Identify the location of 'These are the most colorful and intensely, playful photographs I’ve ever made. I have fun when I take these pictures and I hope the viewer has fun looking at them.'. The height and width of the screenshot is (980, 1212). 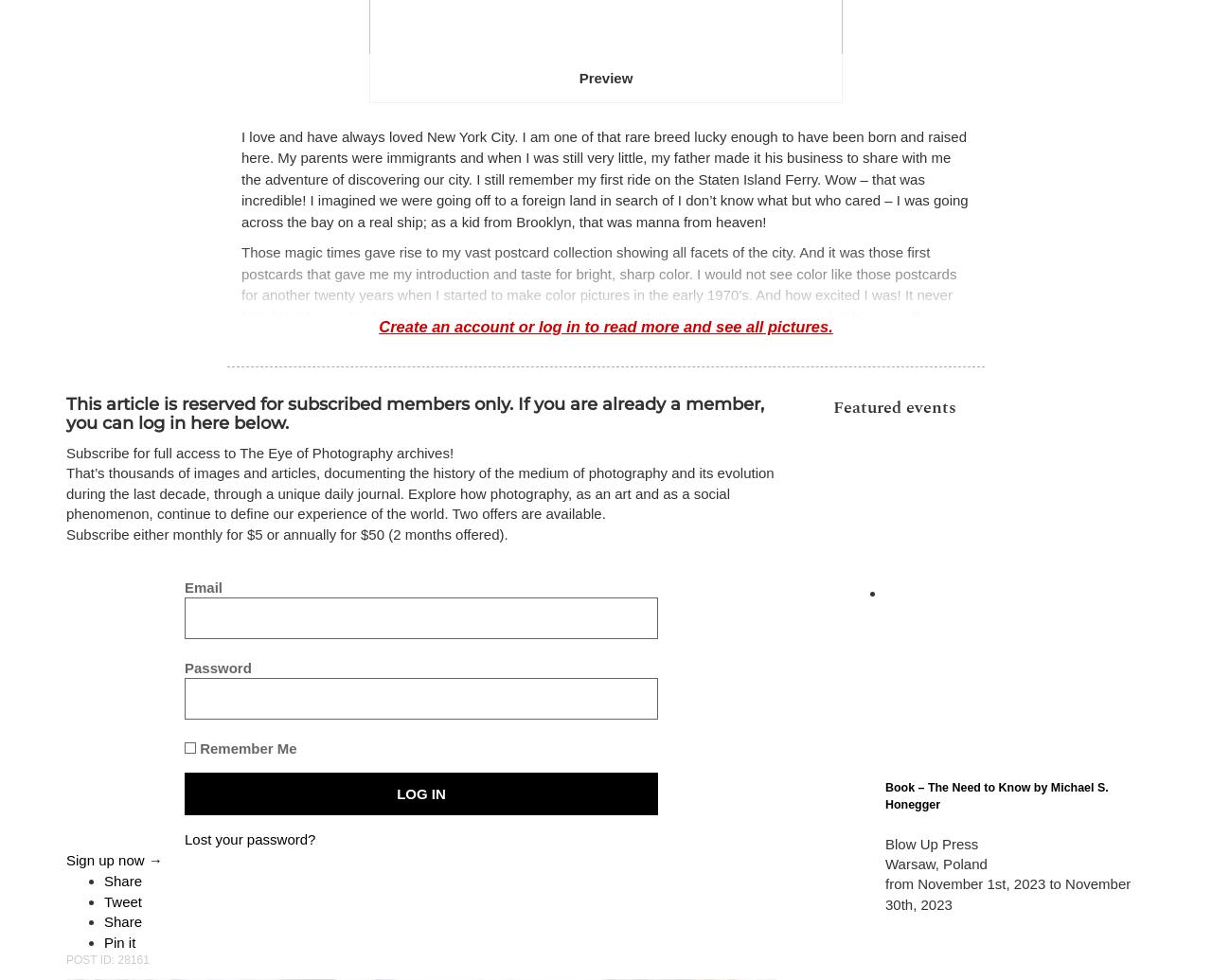
(603, 661).